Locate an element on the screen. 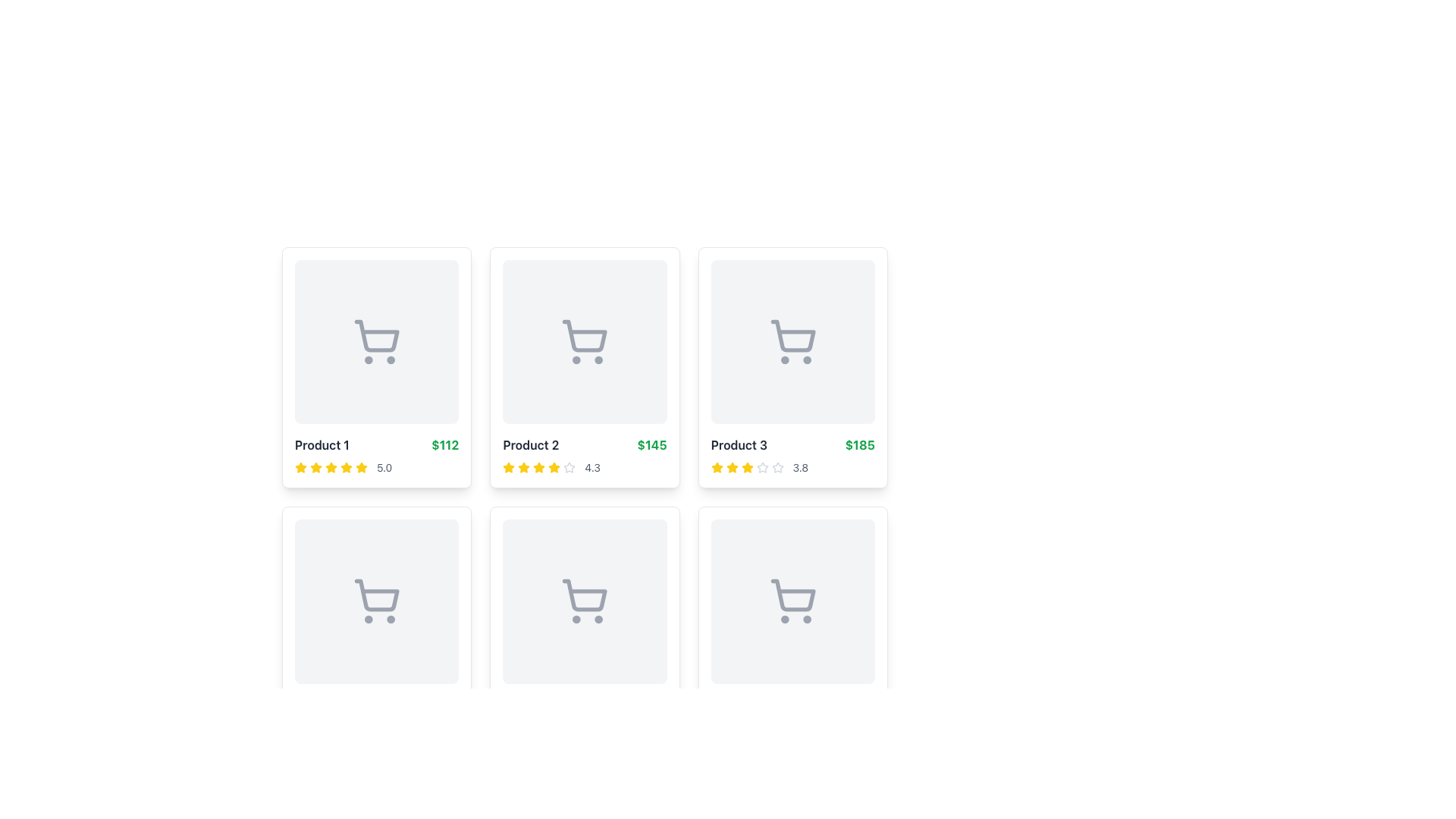 This screenshot has height=819, width=1456. the numeric indicator text that displays the product rating, located to the right of the yellow star icons in the product grid is located at coordinates (384, 467).